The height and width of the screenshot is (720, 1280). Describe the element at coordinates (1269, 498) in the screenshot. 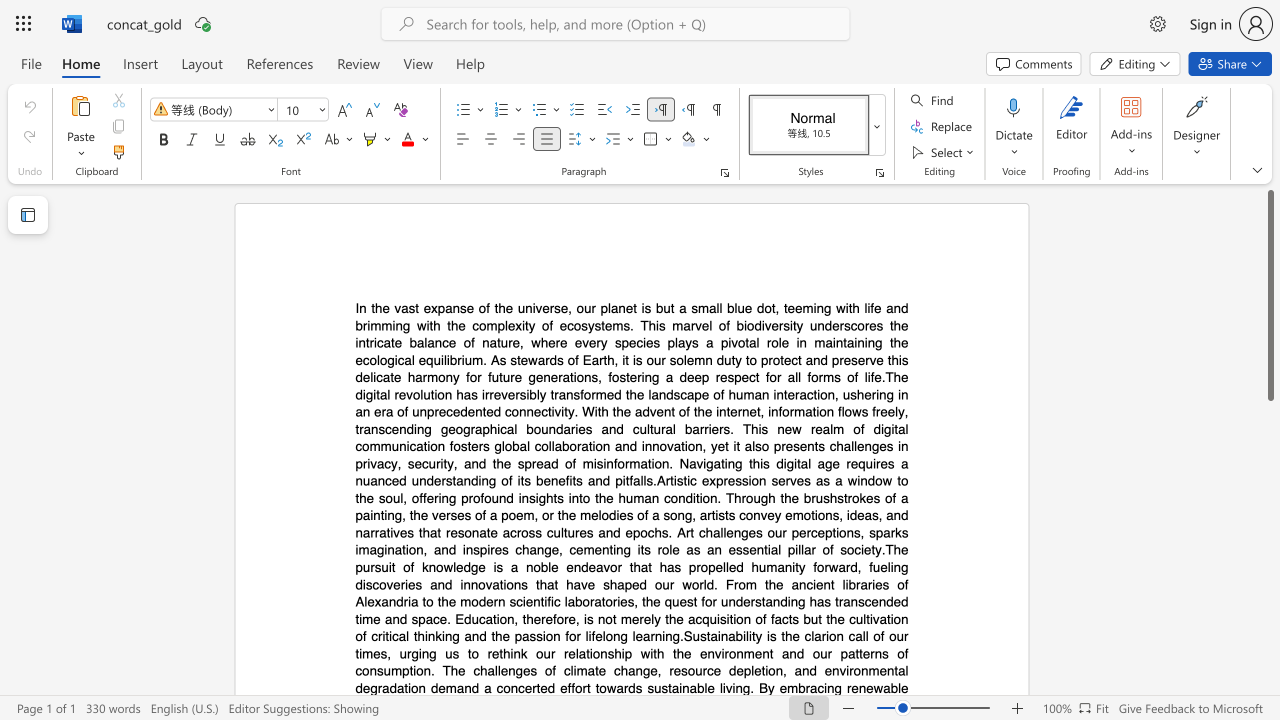

I see `the scrollbar to scroll the page down` at that location.